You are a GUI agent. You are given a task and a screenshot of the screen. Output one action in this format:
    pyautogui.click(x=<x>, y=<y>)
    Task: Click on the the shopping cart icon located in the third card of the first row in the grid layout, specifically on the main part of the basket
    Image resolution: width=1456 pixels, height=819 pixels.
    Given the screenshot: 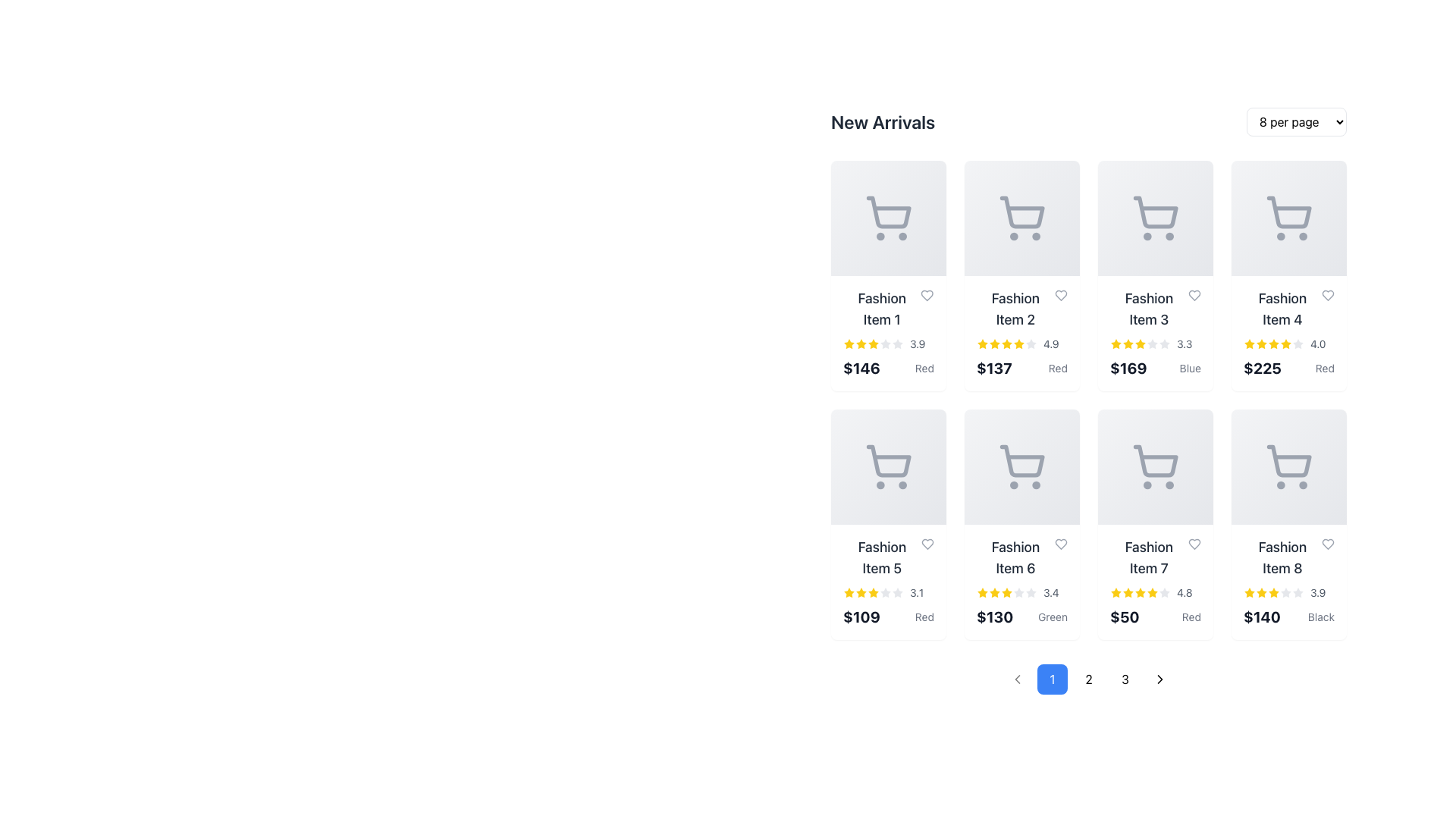 What is the action you would take?
    pyautogui.click(x=1155, y=212)
    